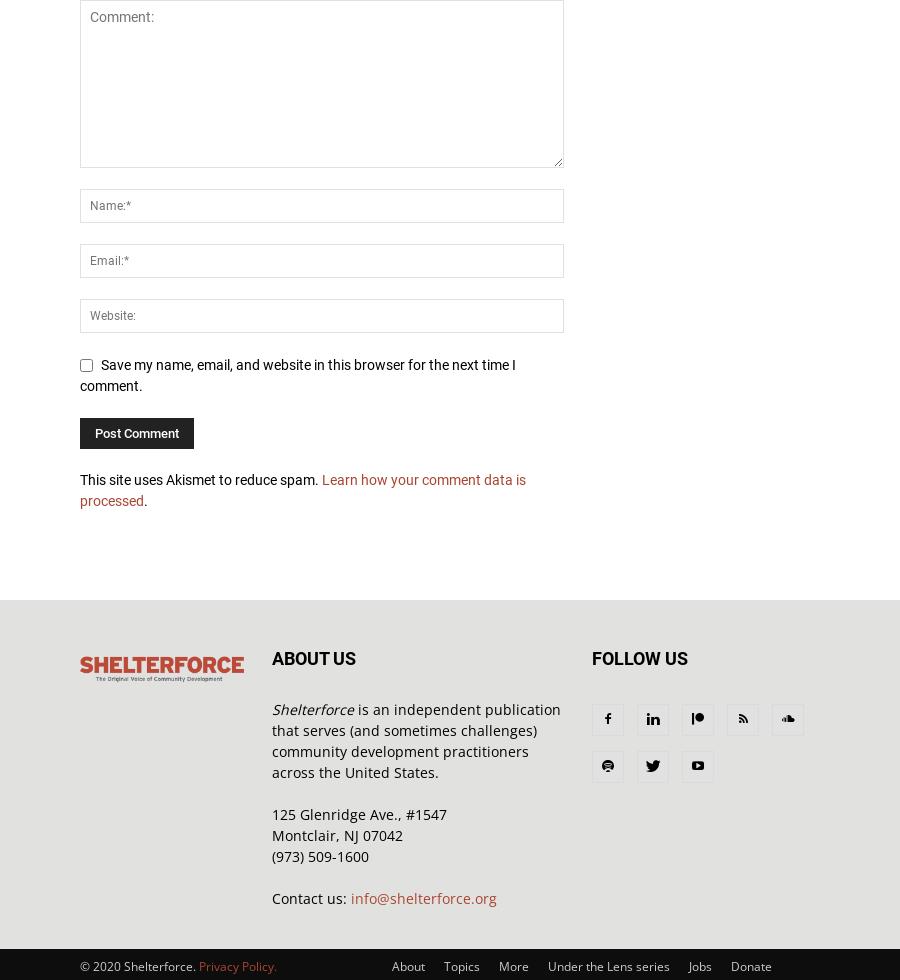 This screenshot has width=900, height=980. What do you see at coordinates (319, 856) in the screenshot?
I see `'(973) 509-1600'` at bounding box center [319, 856].